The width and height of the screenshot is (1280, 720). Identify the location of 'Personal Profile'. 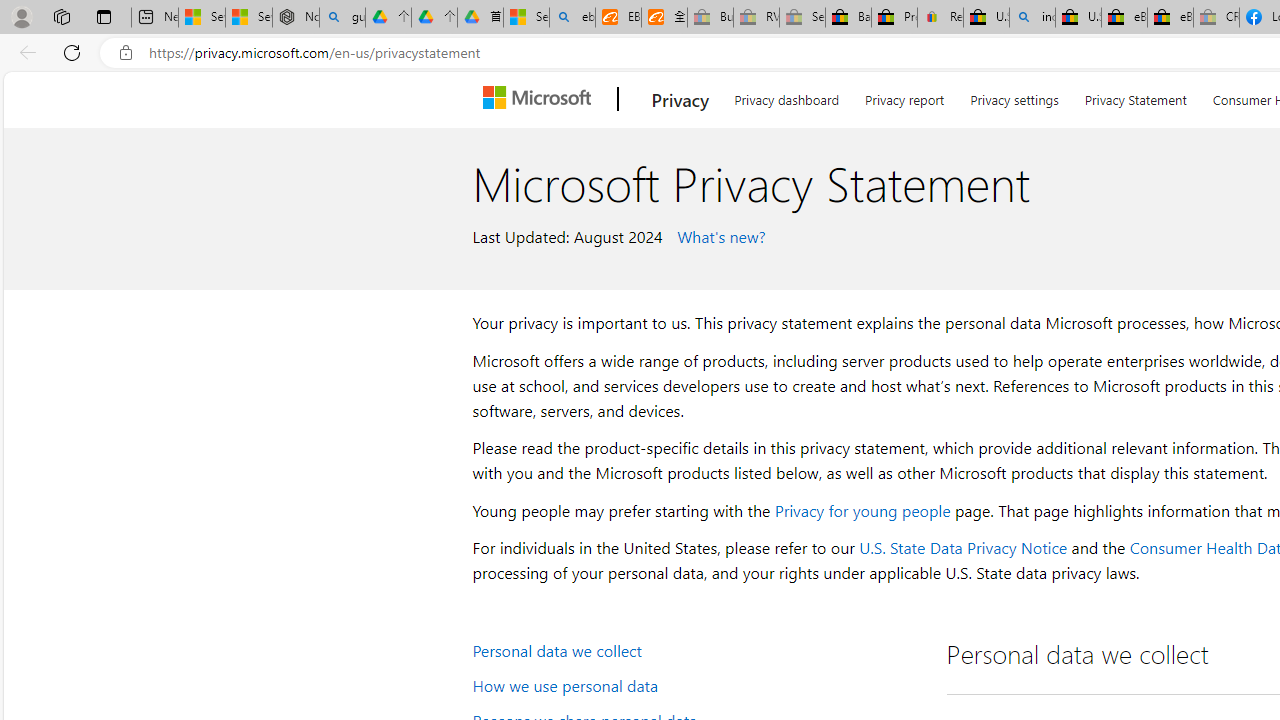
(21, 16).